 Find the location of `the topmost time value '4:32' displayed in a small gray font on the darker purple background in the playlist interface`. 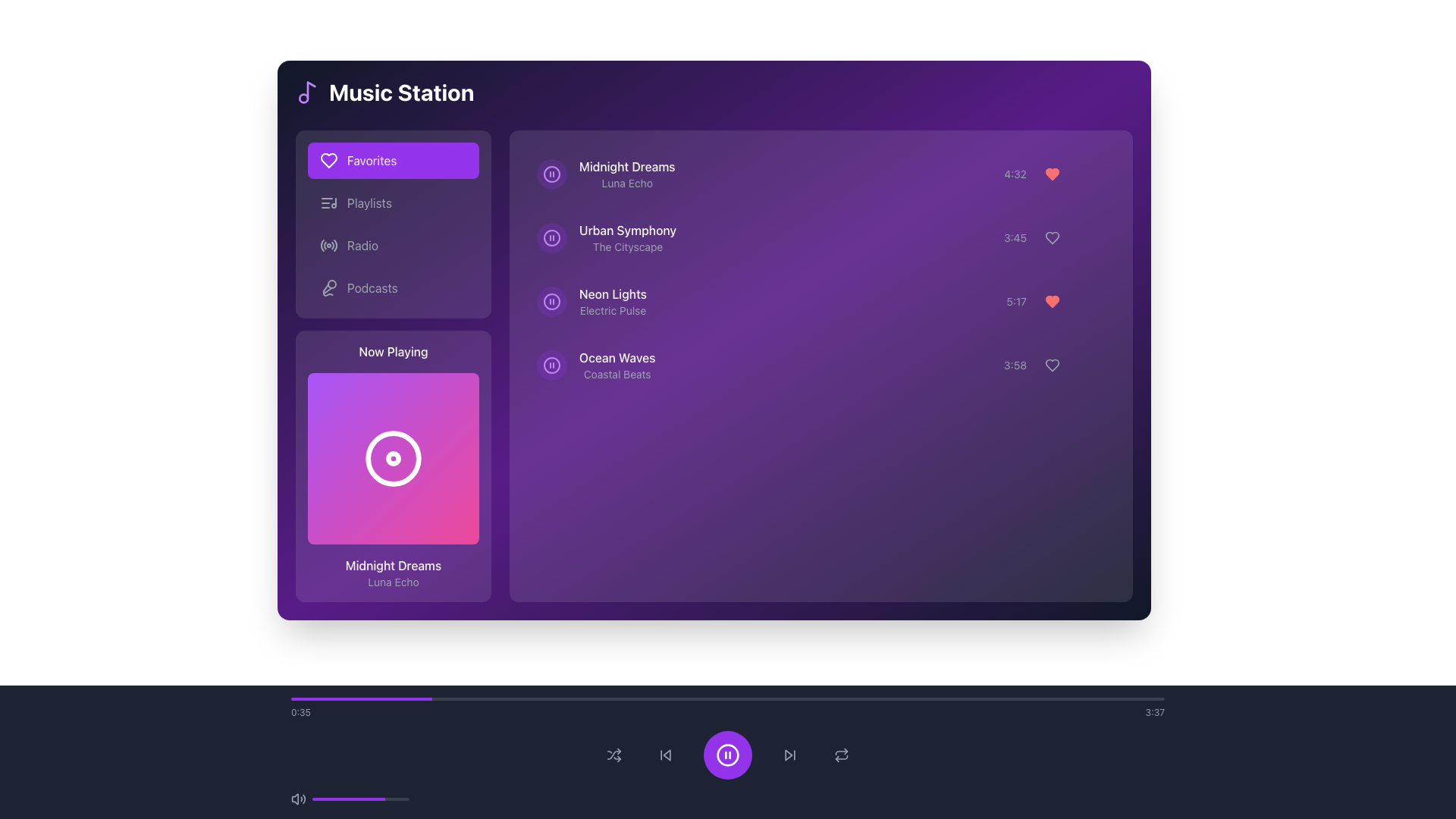

the topmost time value '4:32' displayed in a small gray font on the darker purple background in the playlist interface is located at coordinates (1015, 174).